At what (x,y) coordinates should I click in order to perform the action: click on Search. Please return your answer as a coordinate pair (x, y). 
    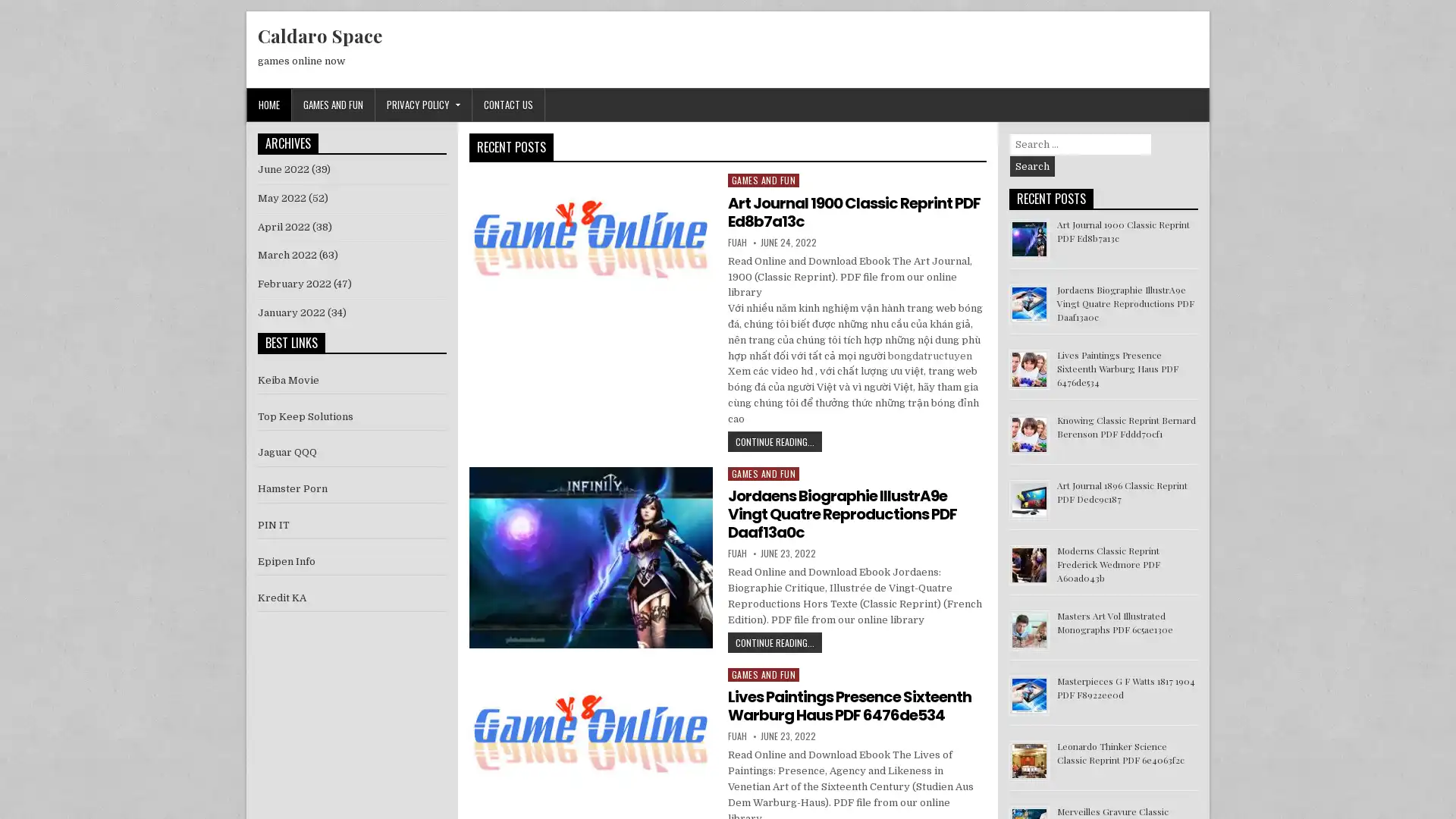
    Looking at the image, I should click on (1031, 166).